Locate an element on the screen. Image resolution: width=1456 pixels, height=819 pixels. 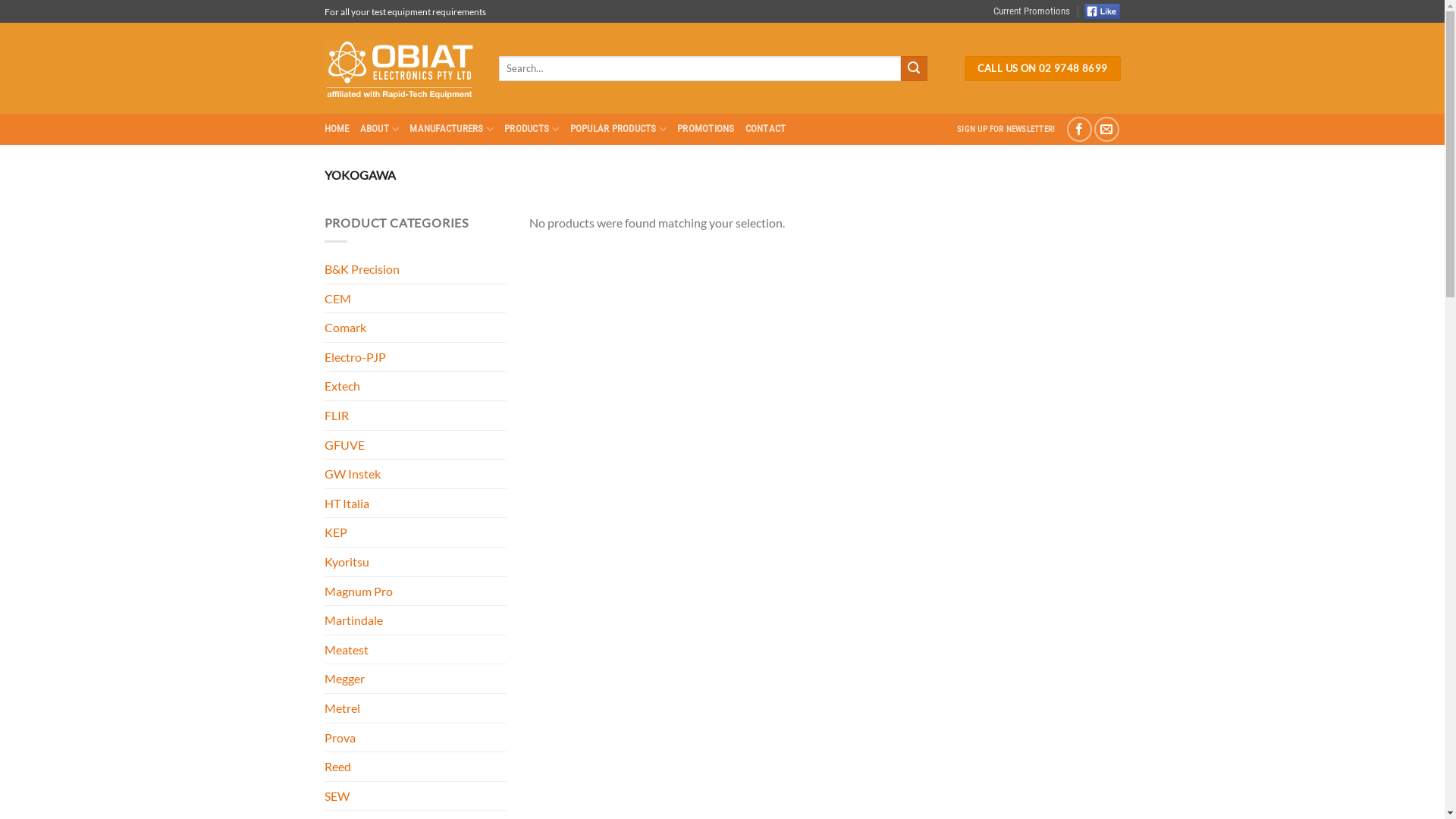
'B&K Precision' is located at coordinates (323, 268).